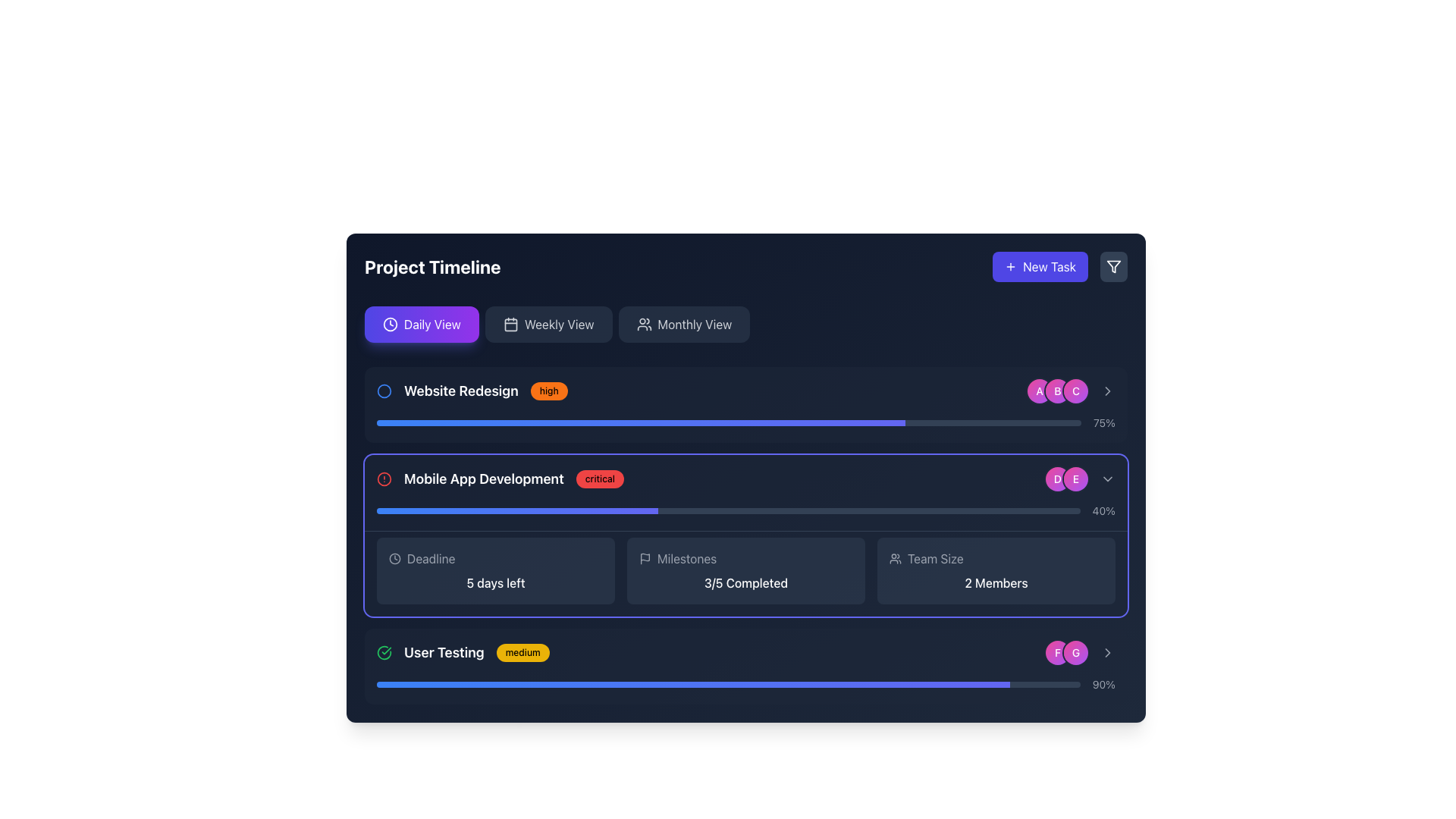 This screenshot has width=1456, height=819. Describe the element at coordinates (644, 324) in the screenshot. I see `the 'Monthly View' button, which contains an icon of a group of people` at that location.